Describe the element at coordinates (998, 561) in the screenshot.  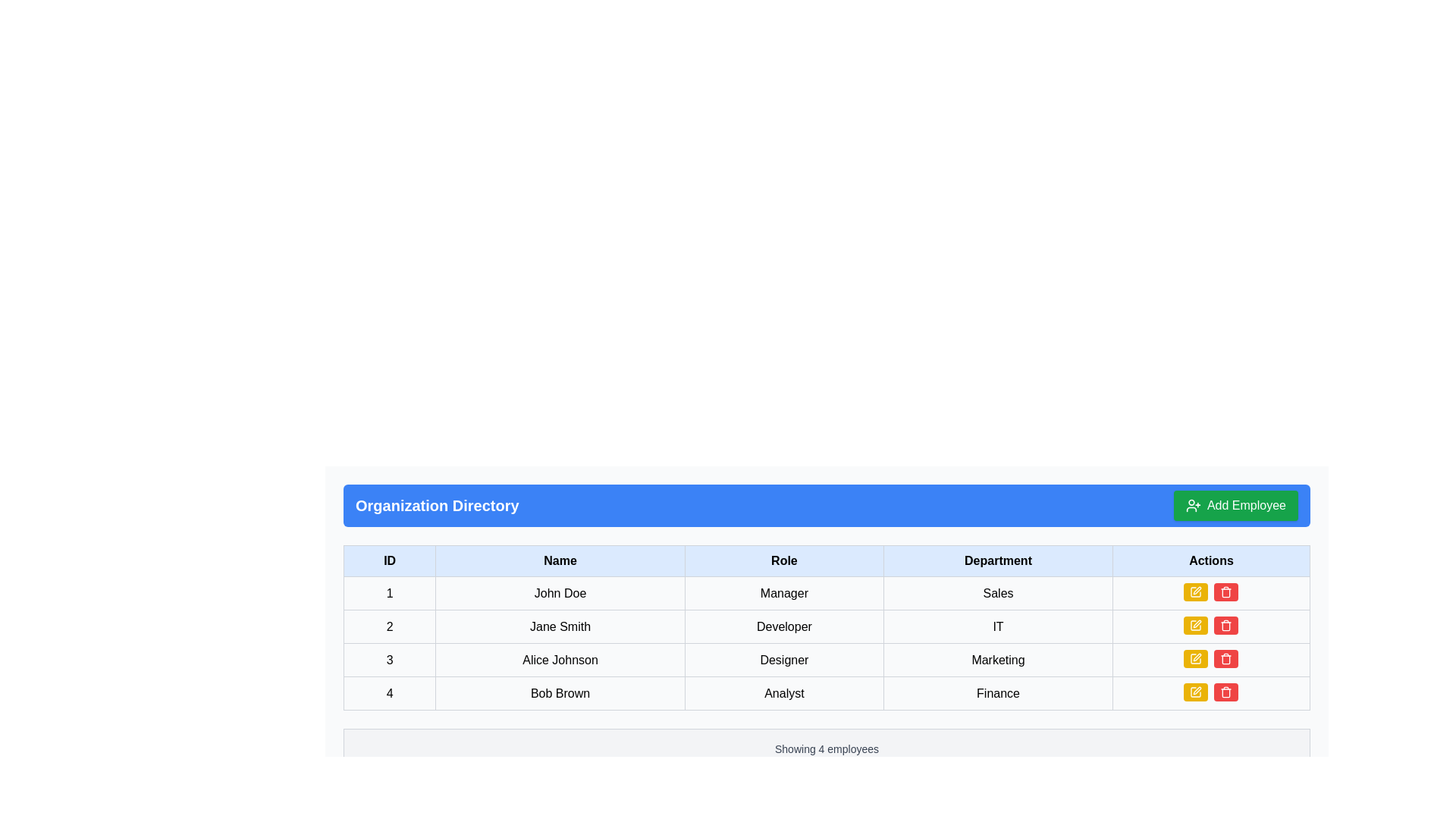
I see `the Table Header Cell that identifies the 'Department' column, which is the fourth cell from the left in the header row of the table` at that location.